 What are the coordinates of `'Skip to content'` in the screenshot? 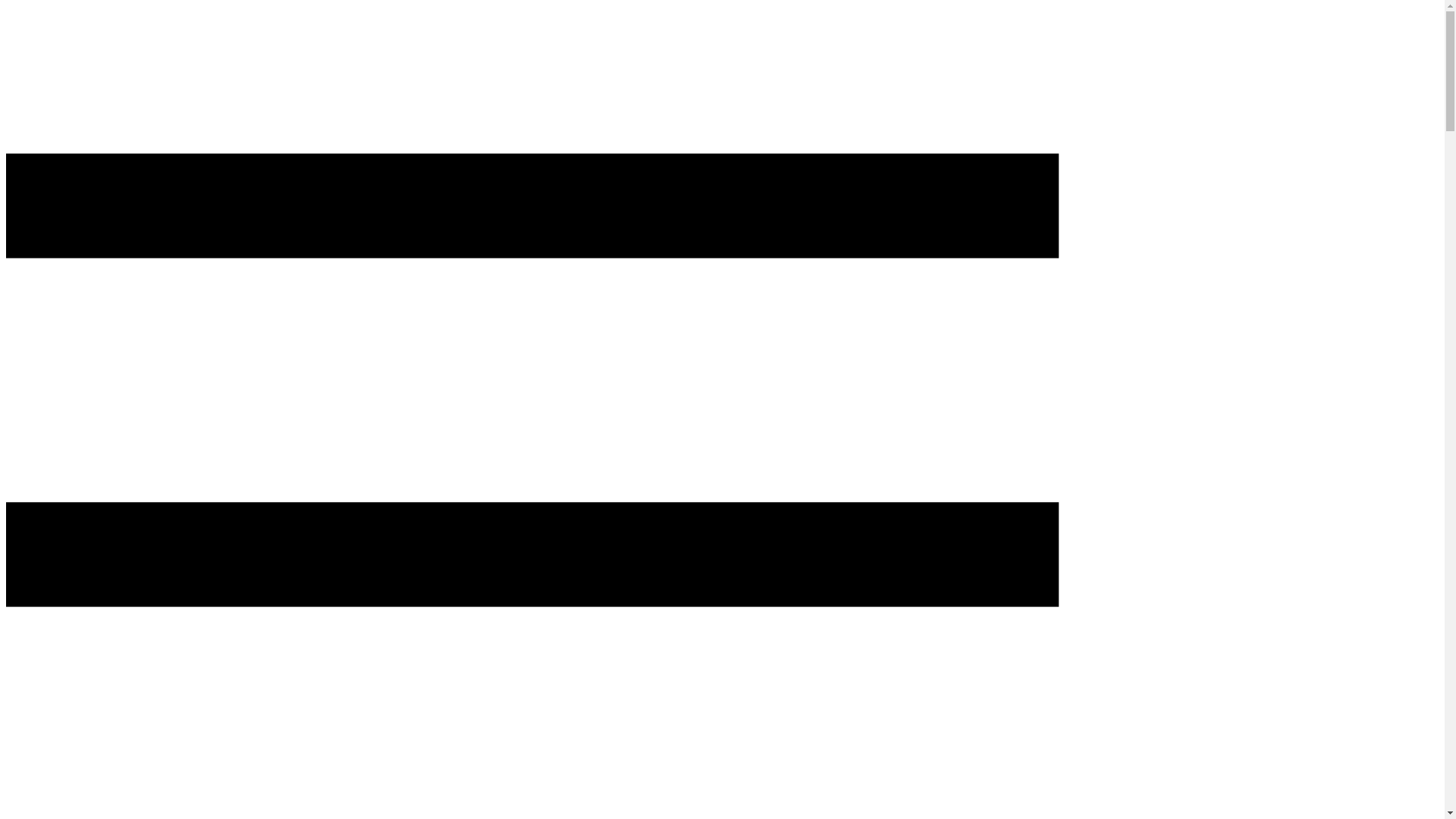 It's located at (5, 27).